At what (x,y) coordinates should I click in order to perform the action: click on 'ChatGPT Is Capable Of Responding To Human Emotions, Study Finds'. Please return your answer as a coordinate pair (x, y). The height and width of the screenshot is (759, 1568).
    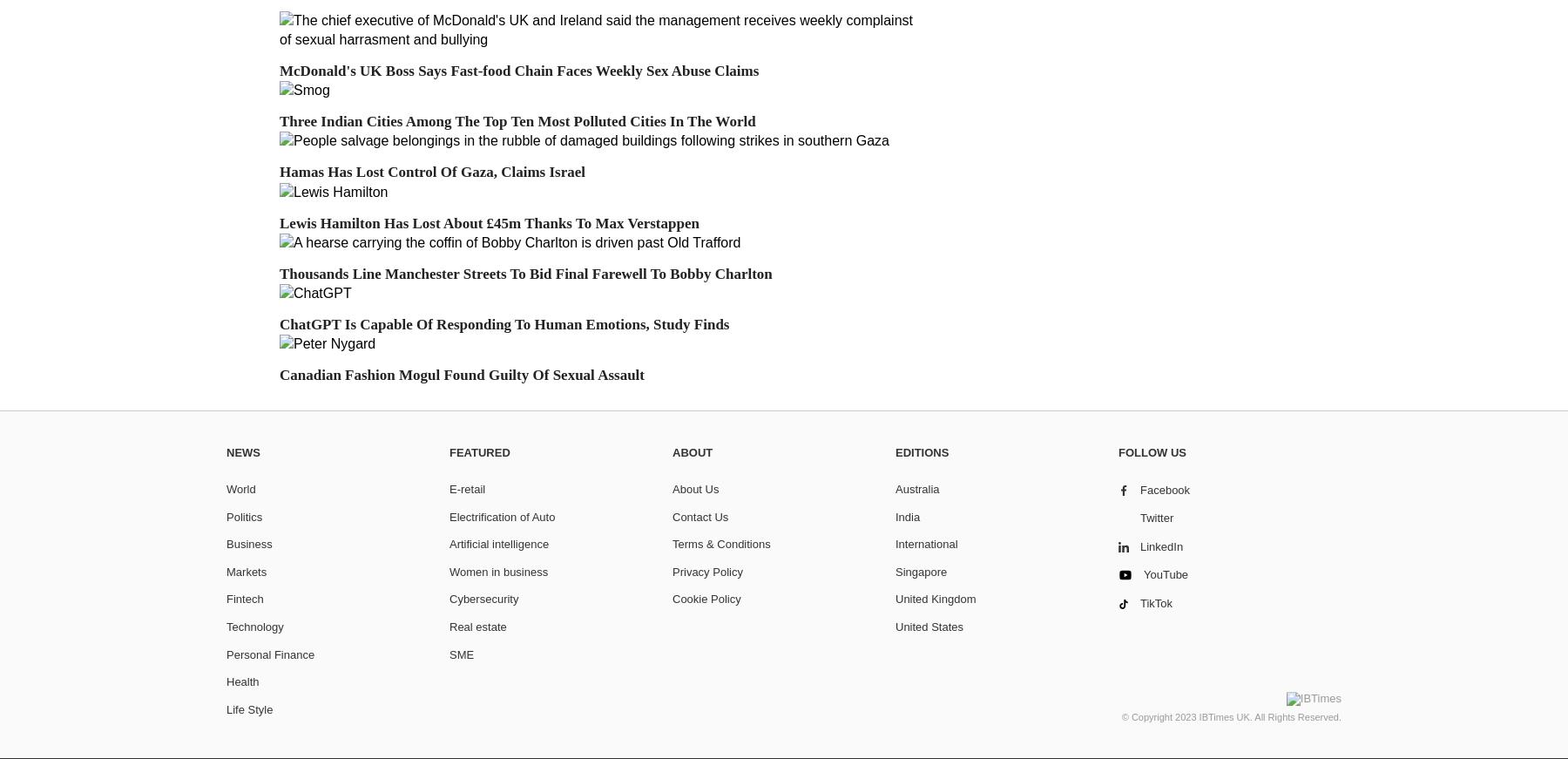
    Looking at the image, I should click on (504, 322).